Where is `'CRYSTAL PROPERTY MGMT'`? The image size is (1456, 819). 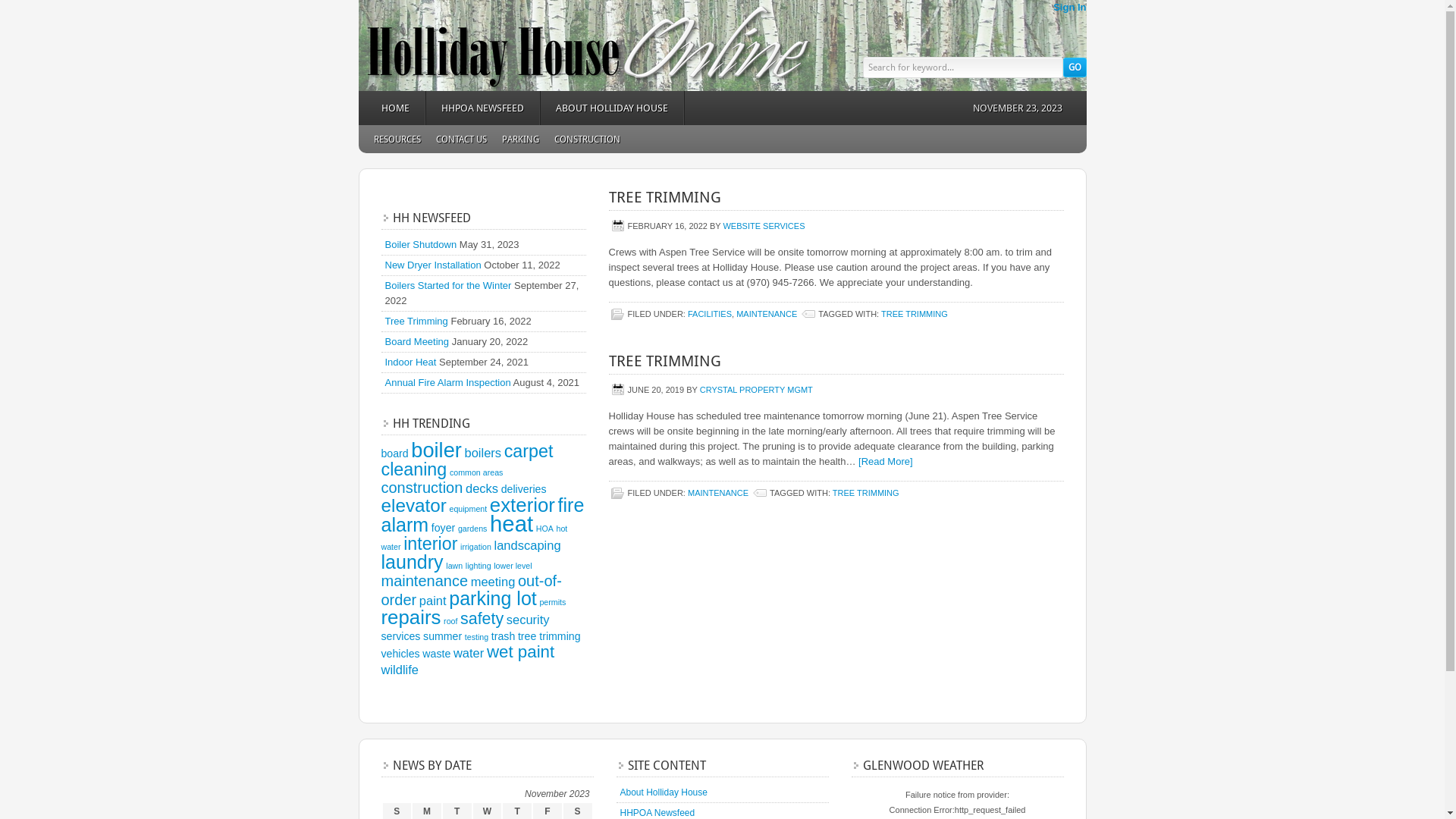
'CRYSTAL PROPERTY MGMT' is located at coordinates (756, 388).